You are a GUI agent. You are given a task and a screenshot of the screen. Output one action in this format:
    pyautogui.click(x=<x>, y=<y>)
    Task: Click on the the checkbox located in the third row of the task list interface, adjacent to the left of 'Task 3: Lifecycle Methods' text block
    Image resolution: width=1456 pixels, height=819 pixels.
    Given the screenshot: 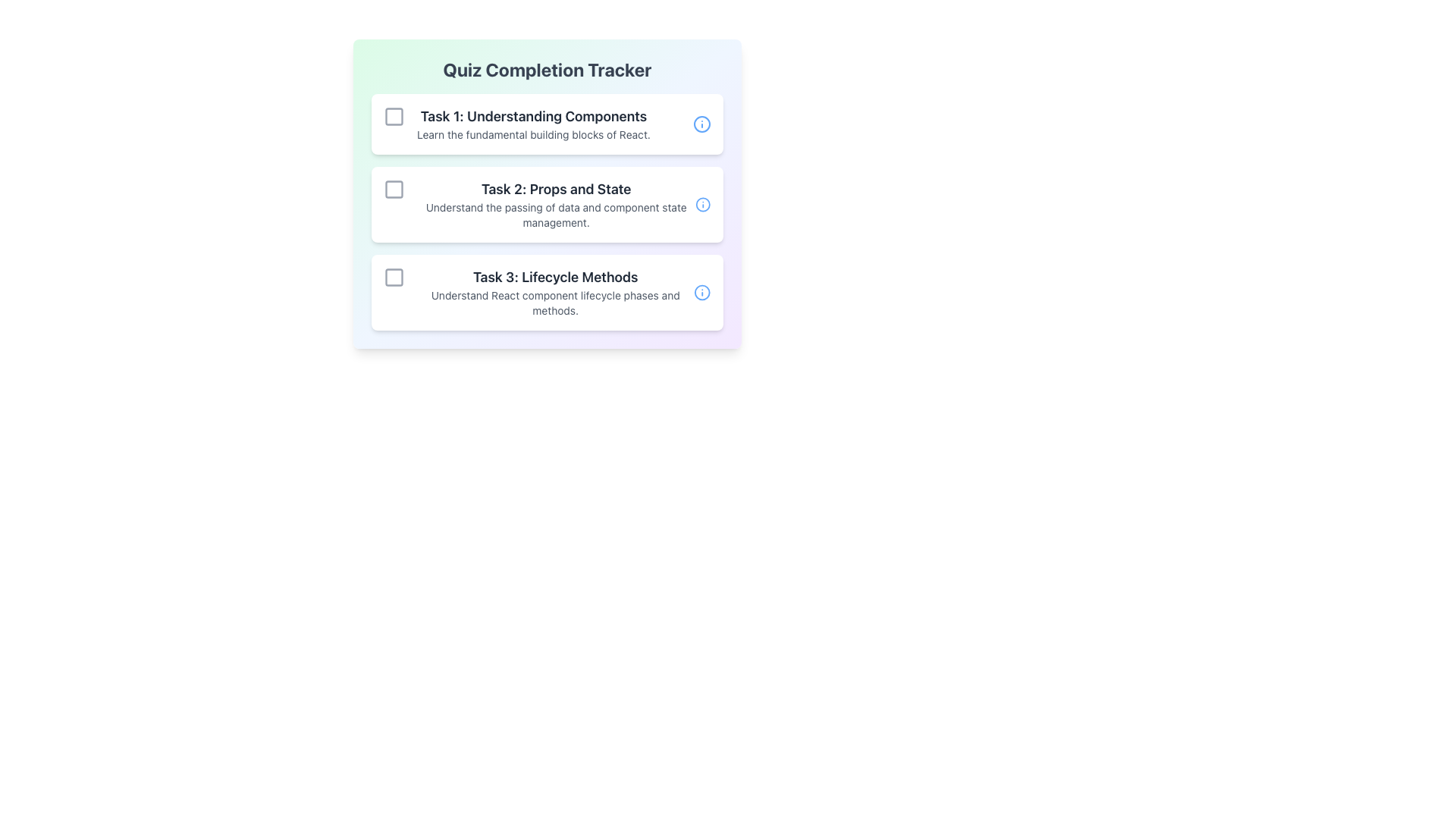 What is the action you would take?
    pyautogui.click(x=394, y=278)
    